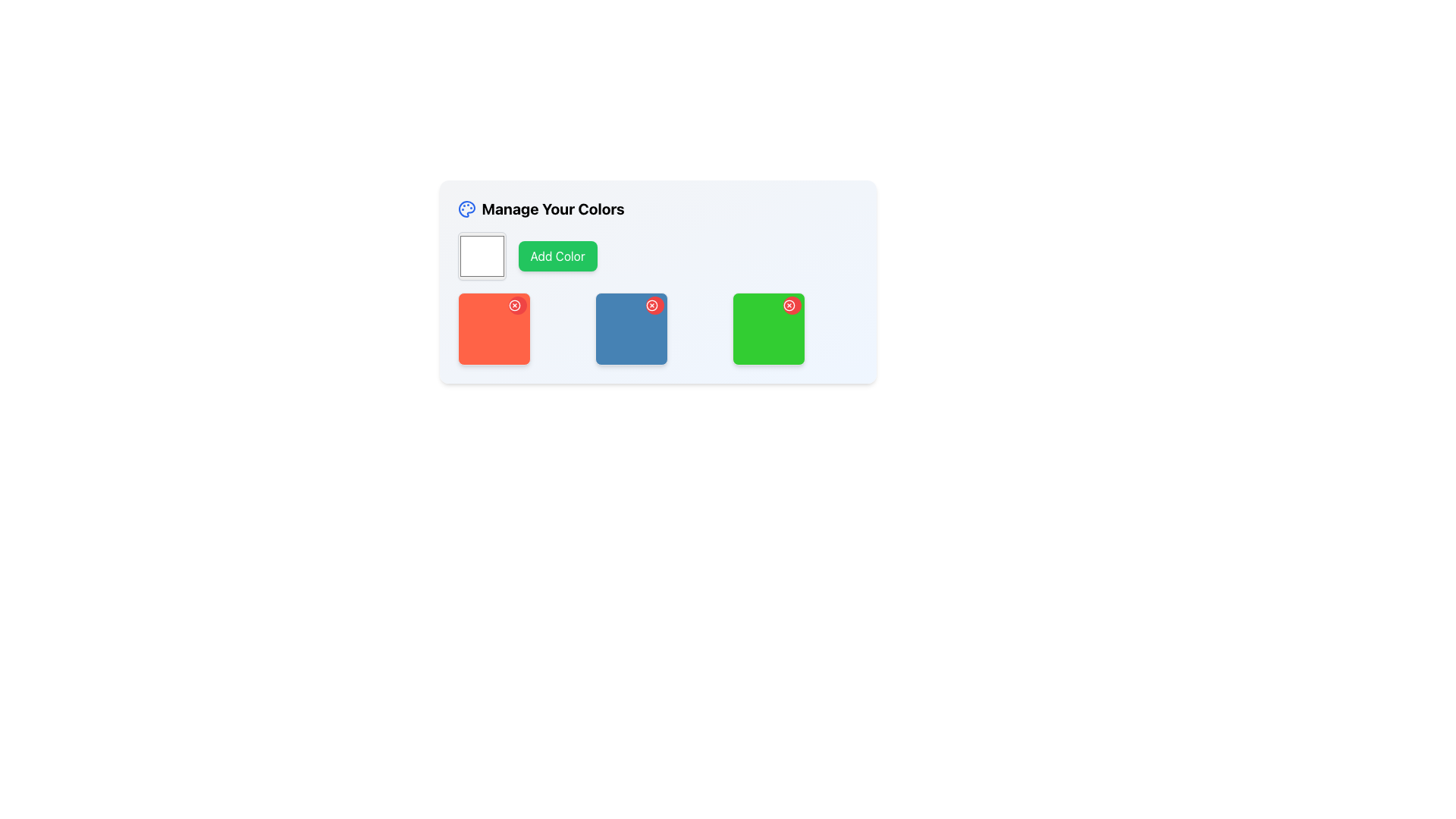 This screenshot has height=819, width=1456. What do you see at coordinates (466, 209) in the screenshot?
I see `the palette icon with a blue outline that introduces the 'Manage Your Colors' functionality, located above the color management options` at bounding box center [466, 209].